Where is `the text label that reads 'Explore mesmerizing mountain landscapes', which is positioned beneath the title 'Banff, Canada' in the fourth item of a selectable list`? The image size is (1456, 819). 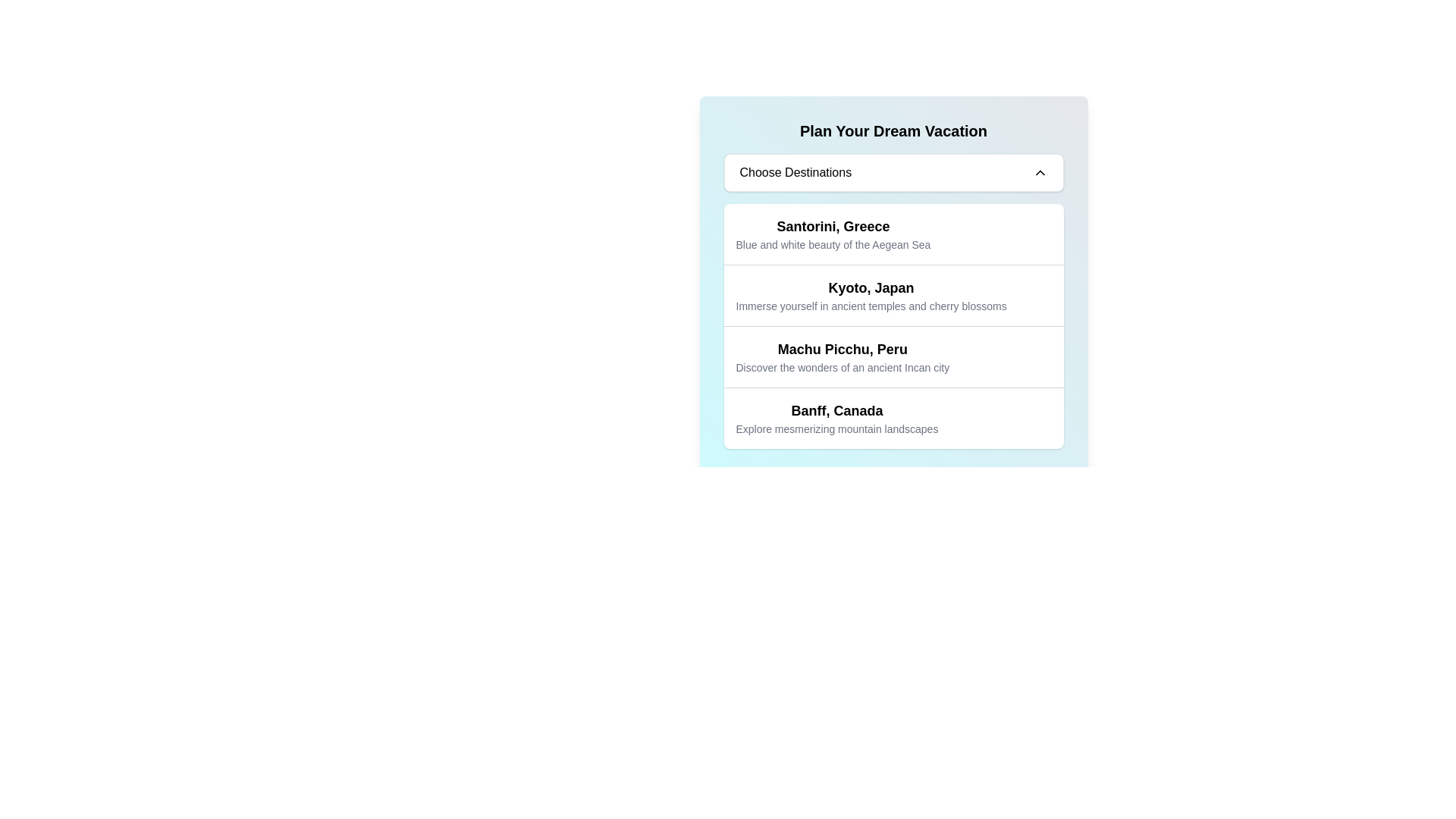
the text label that reads 'Explore mesmerizing mountain landscapes', which is positioned beneath the title 'Banff, Canada' in the fourth item of a selectable list is located at coordinates (836, 429).